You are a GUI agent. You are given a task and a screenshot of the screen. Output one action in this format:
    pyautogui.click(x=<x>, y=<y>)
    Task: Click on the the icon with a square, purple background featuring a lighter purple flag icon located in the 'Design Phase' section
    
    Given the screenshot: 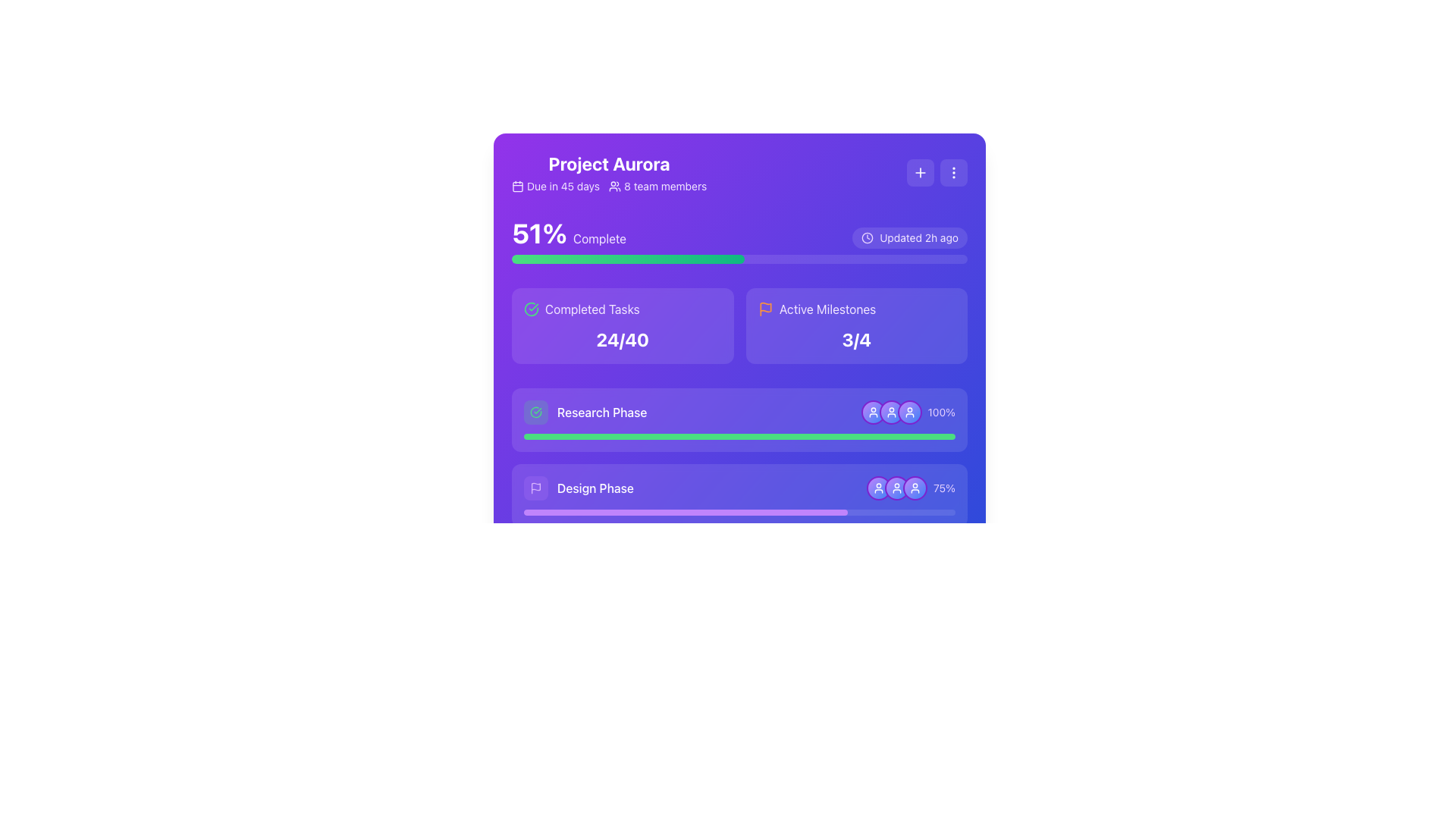 What is the action you would take?
    pyautogui.click(x=535, y=488)
    